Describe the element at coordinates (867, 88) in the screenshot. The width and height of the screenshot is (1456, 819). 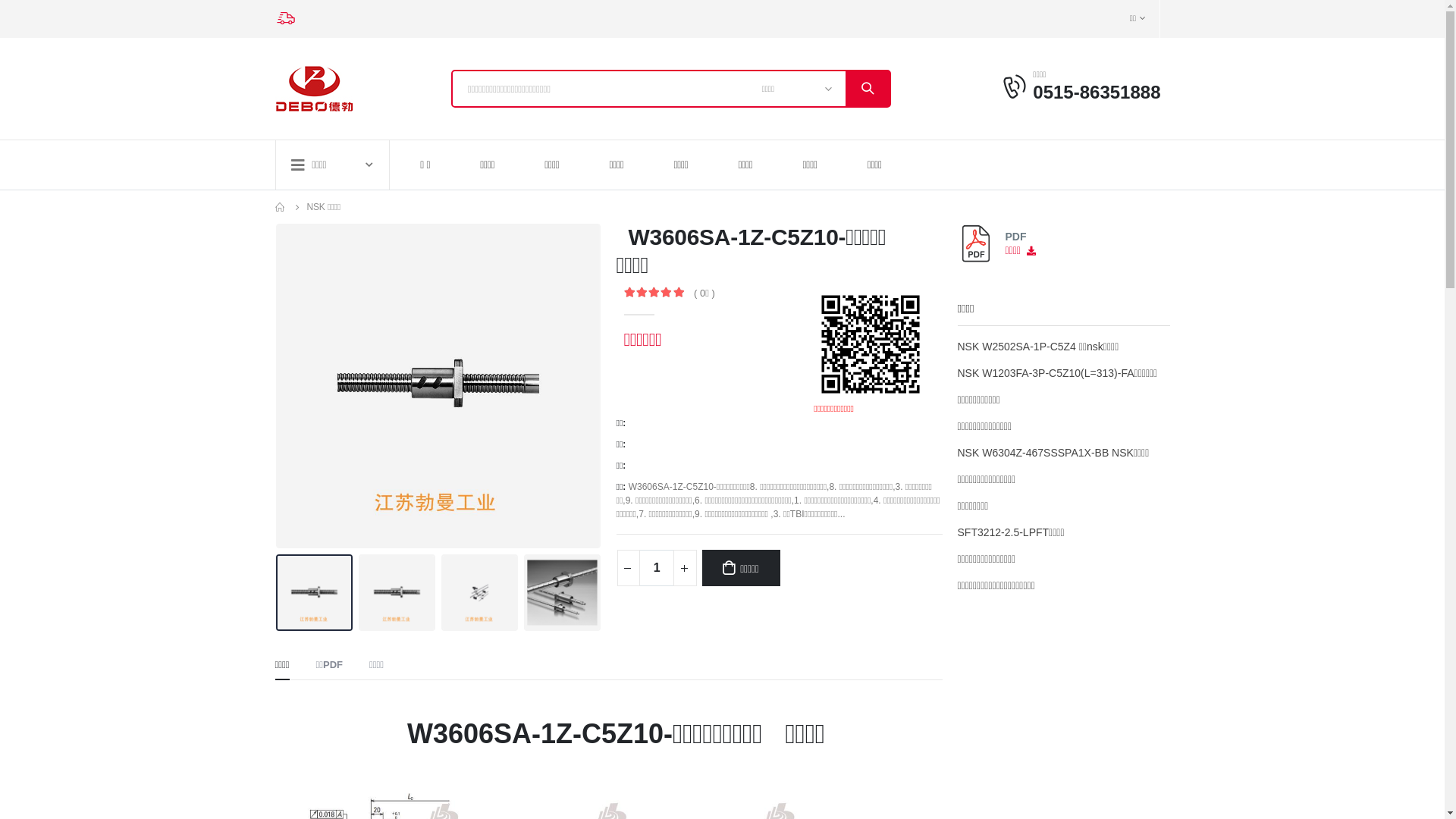
I see `'search'` at that location.